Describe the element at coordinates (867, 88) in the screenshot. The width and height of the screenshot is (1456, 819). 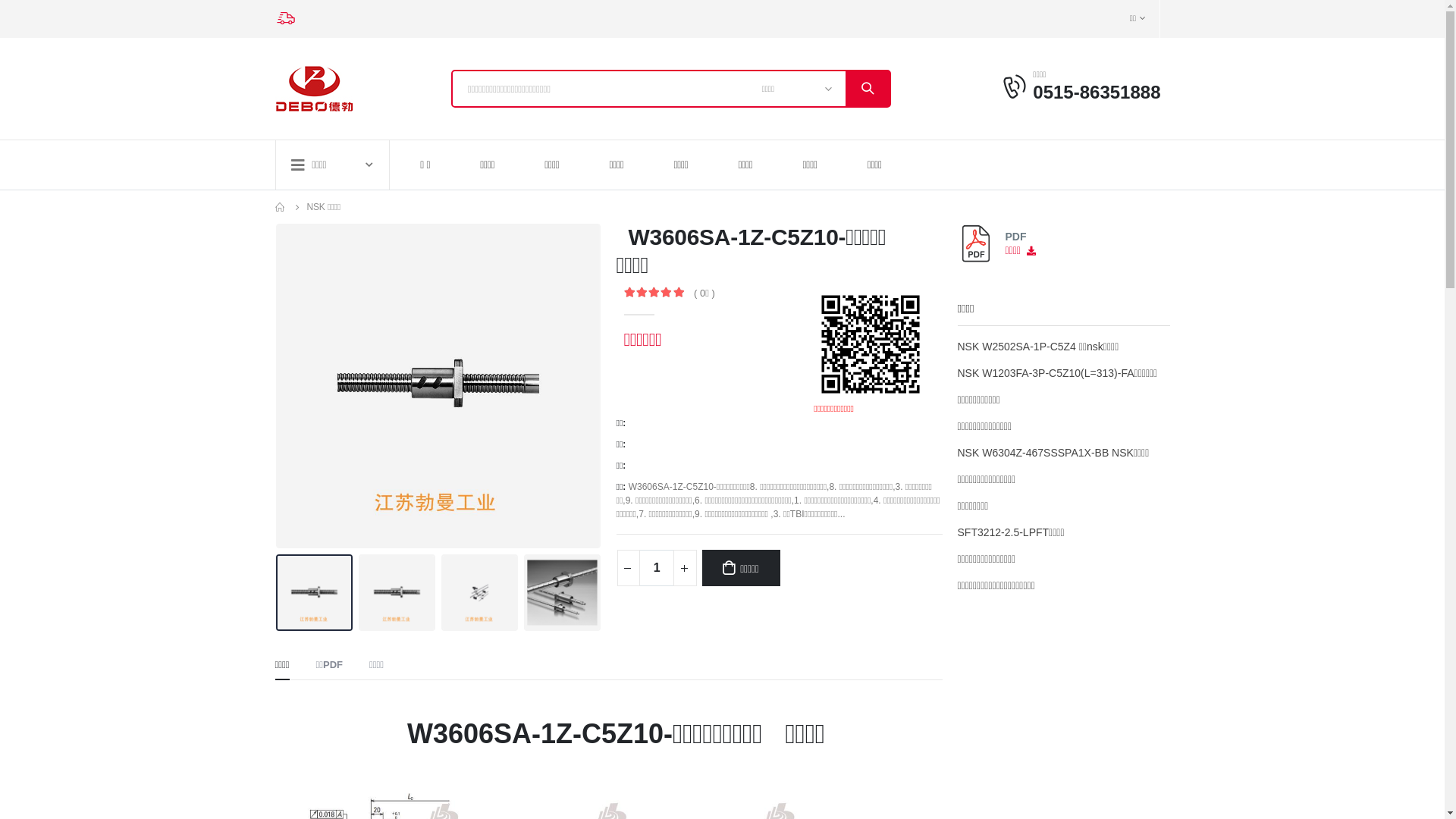
I see `'search'` at that location.